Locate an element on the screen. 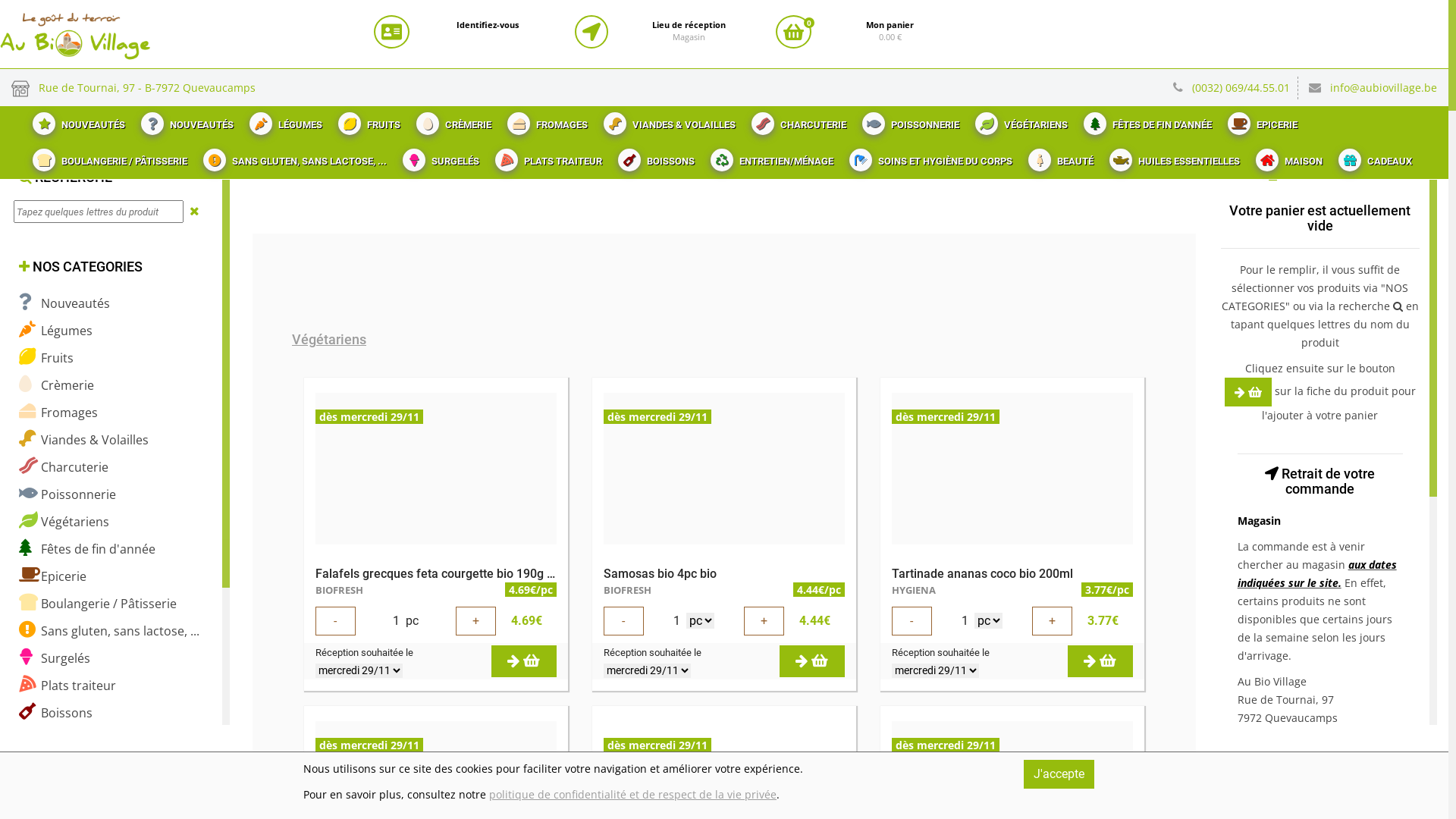 The image size is (1456, 819). 'Boissons' is located at coordinates (55, 712).